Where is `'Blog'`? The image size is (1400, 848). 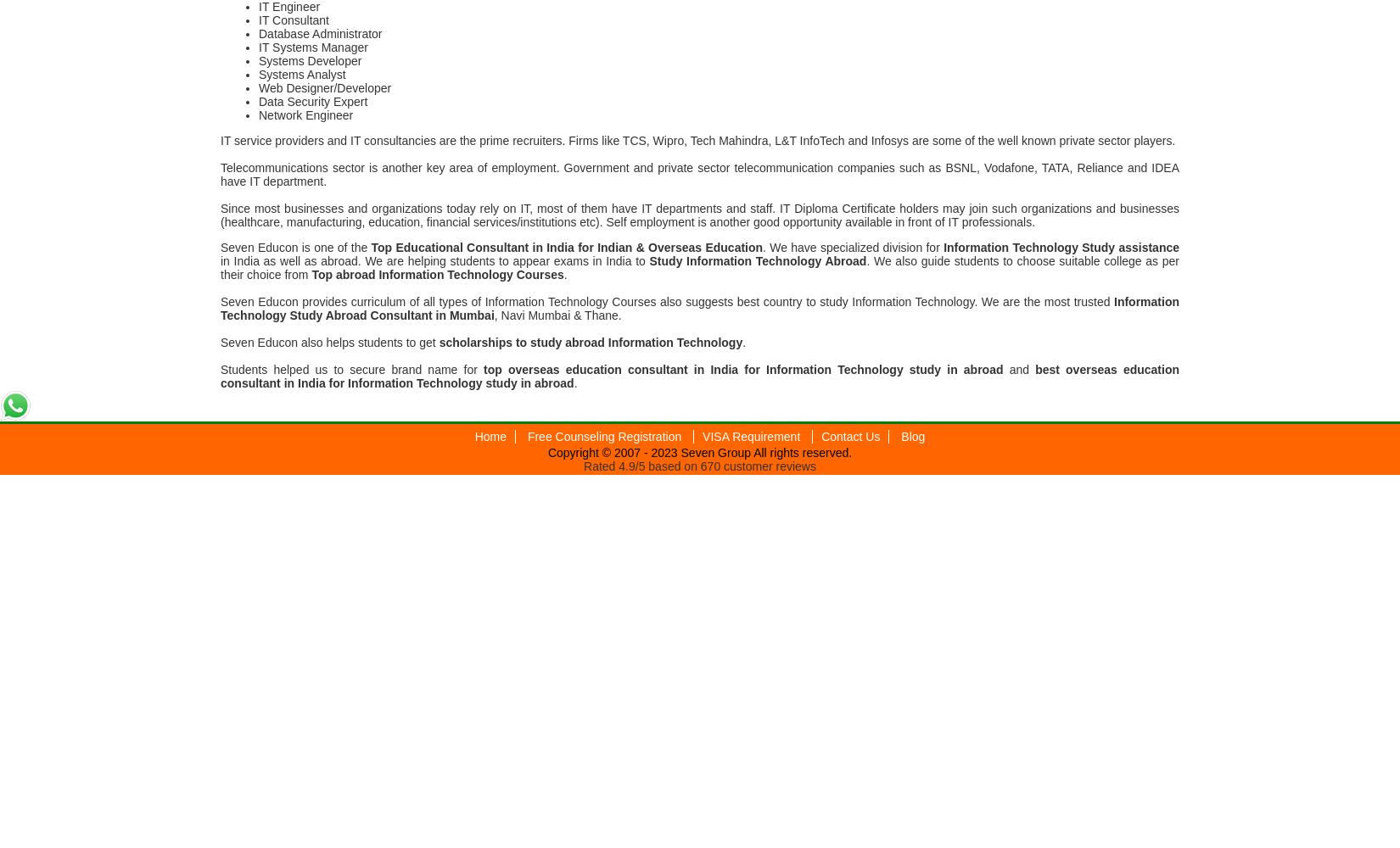 'Blog' is located at coordinates (912, 436).